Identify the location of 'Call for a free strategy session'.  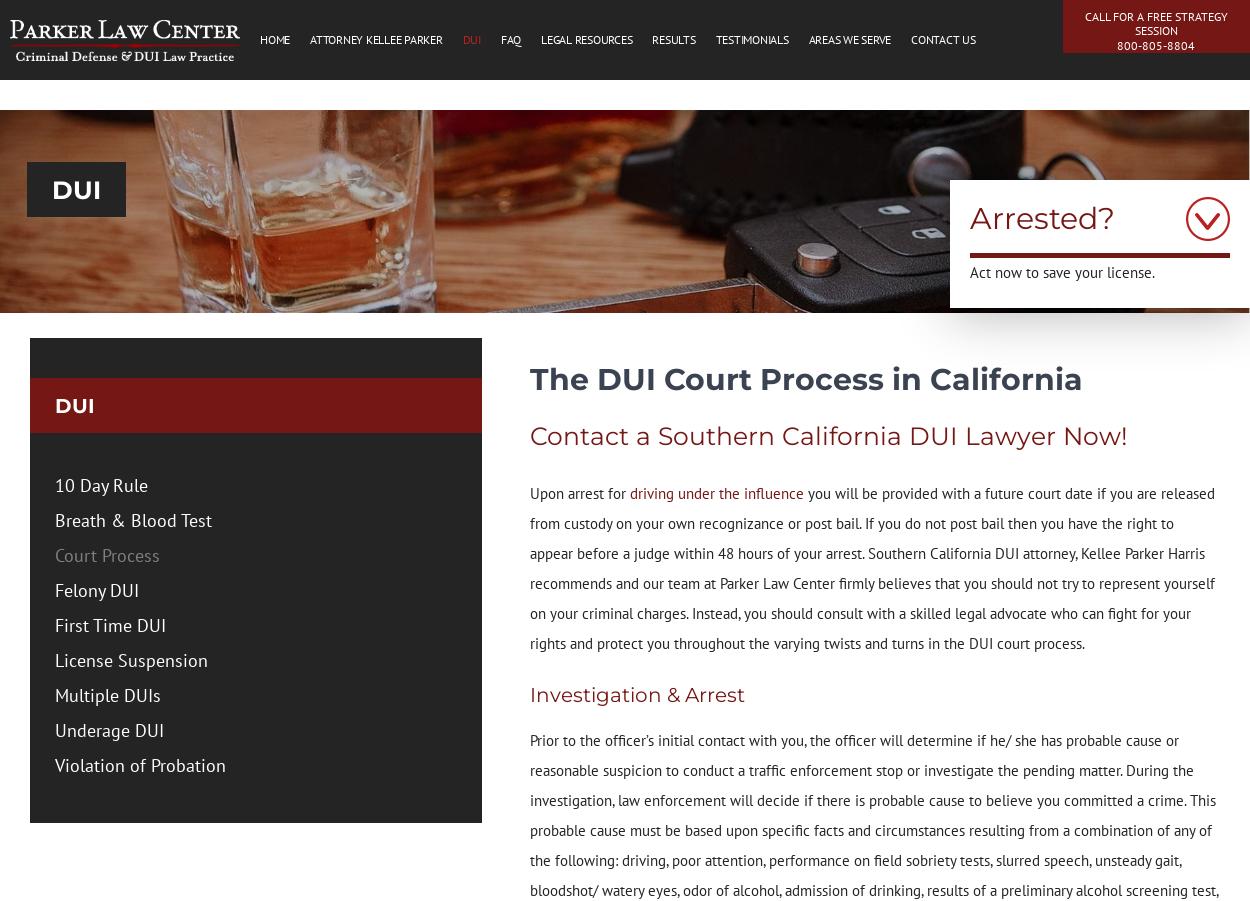
(1083, 22).